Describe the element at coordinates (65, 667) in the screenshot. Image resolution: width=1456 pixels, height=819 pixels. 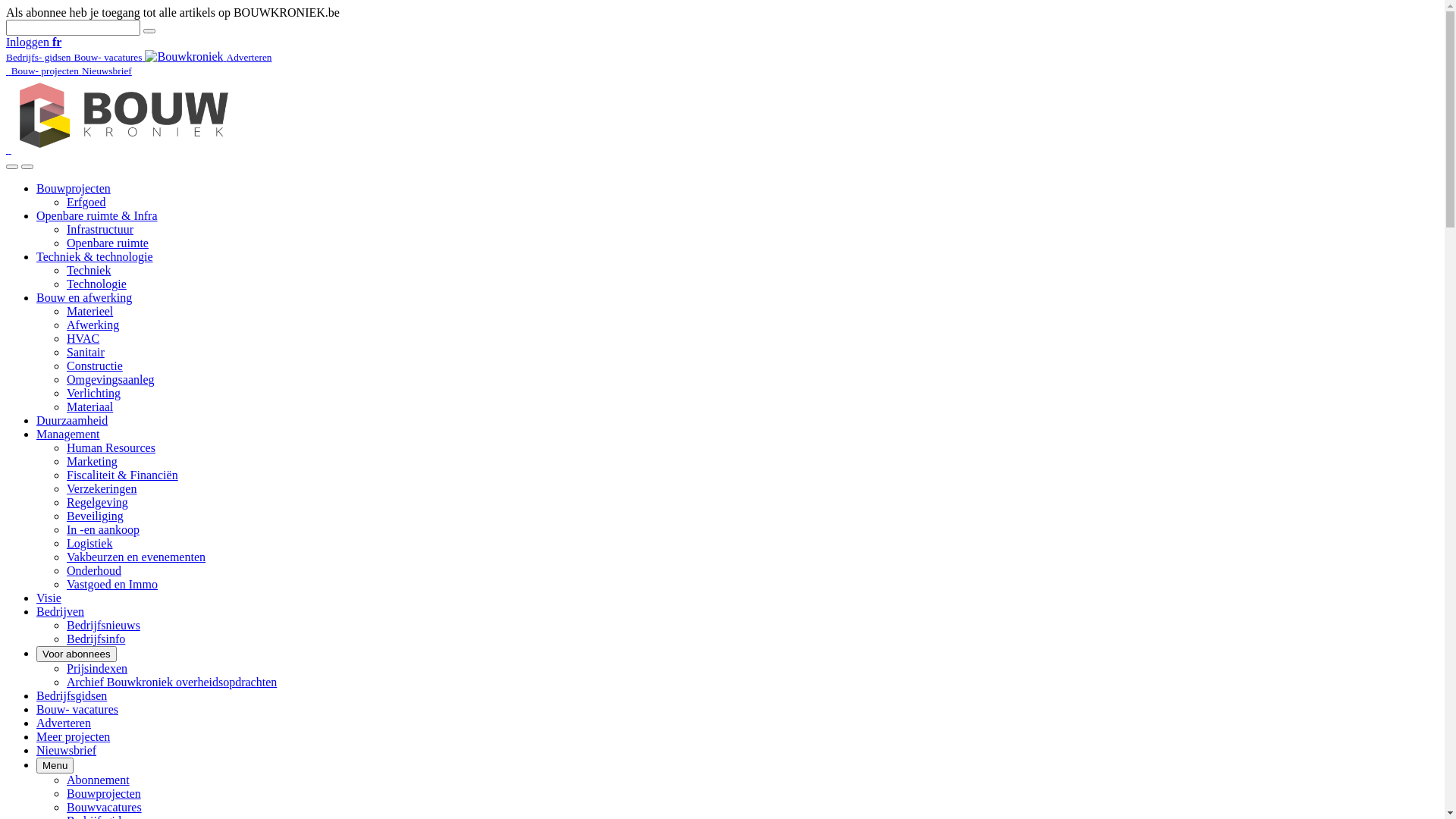
I see `'Prijsindexen'` at that location.